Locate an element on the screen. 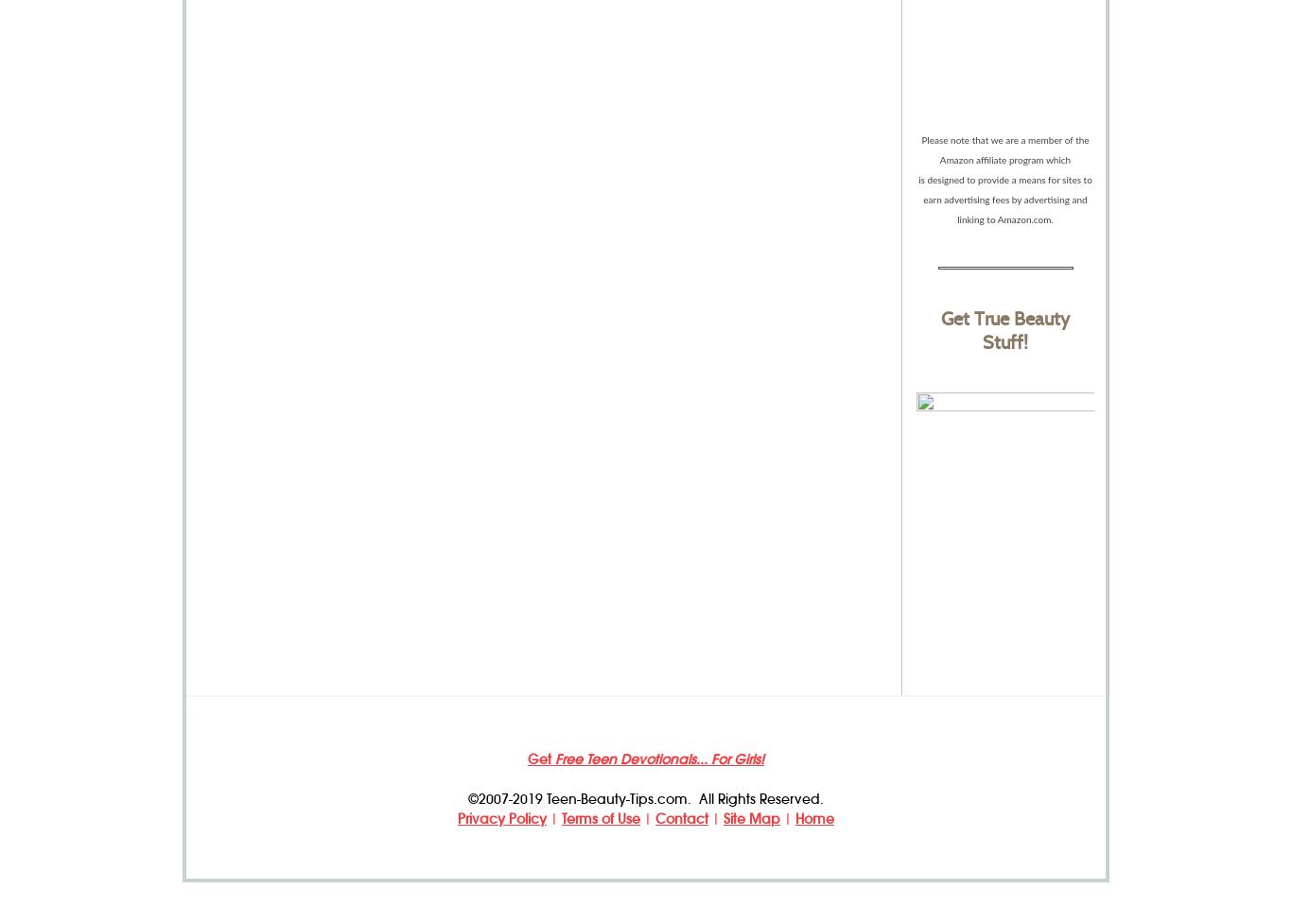 This screenshot has width=1292, height=924. 'Terms of Use' is located at coordinates (600, 818).